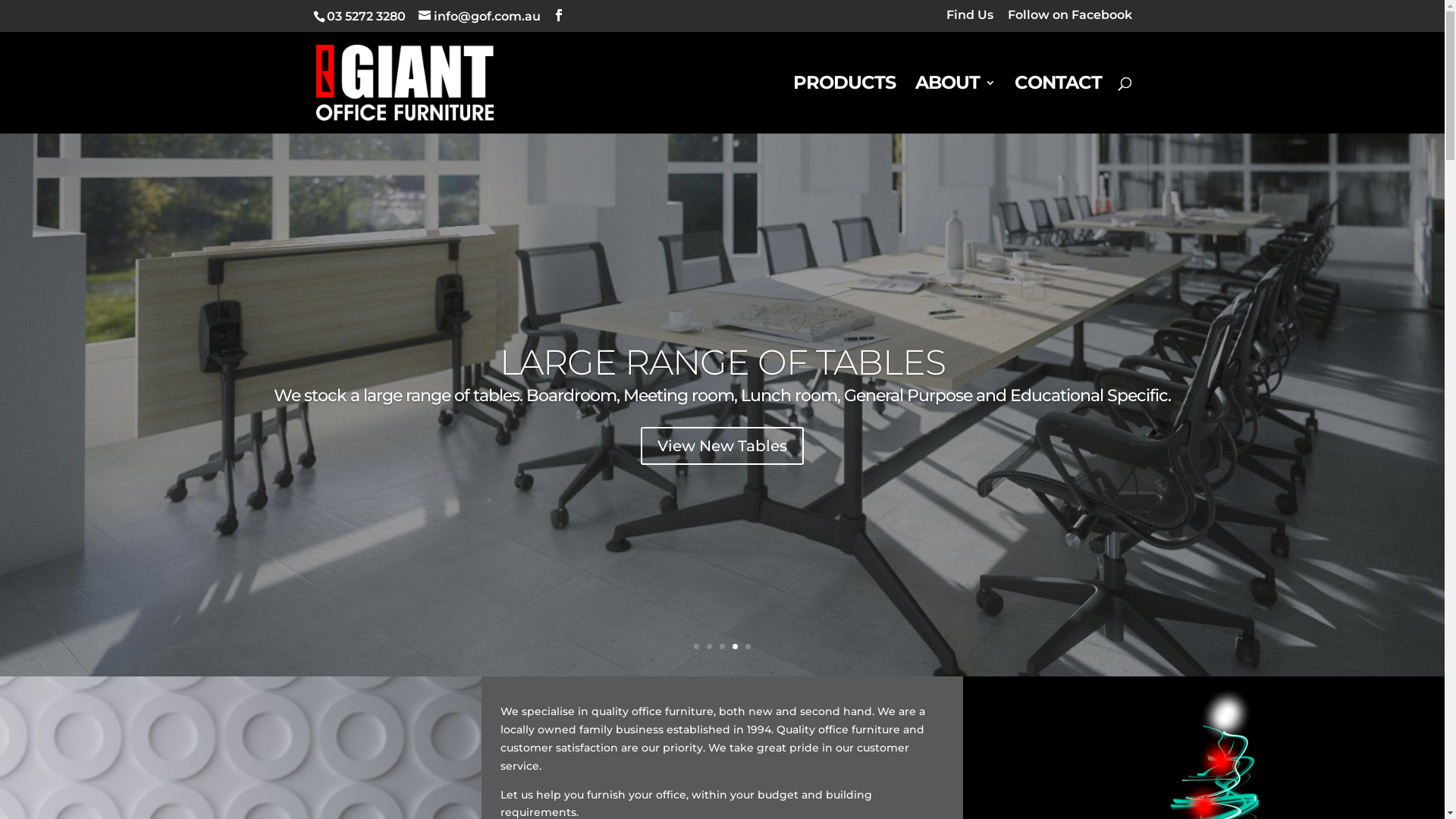 The width and height of the screenshot is (1456, 819). What do you see at coordinates (705, 646) in the screenshot?
I see `'2'` at bounding box center [705, 646].